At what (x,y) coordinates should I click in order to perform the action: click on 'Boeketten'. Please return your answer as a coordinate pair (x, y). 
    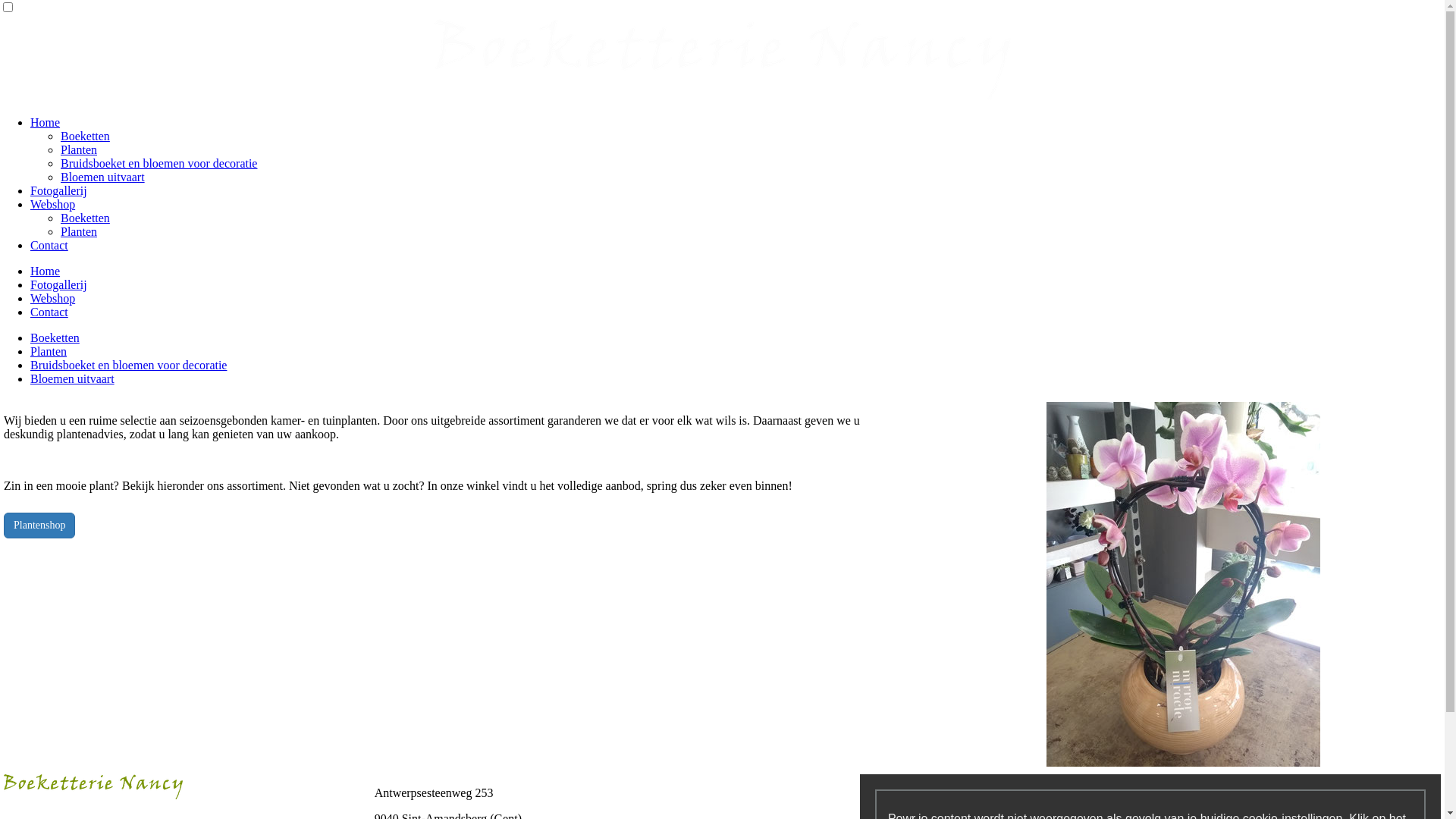
    Looking at the image, I should click on (84, 135).